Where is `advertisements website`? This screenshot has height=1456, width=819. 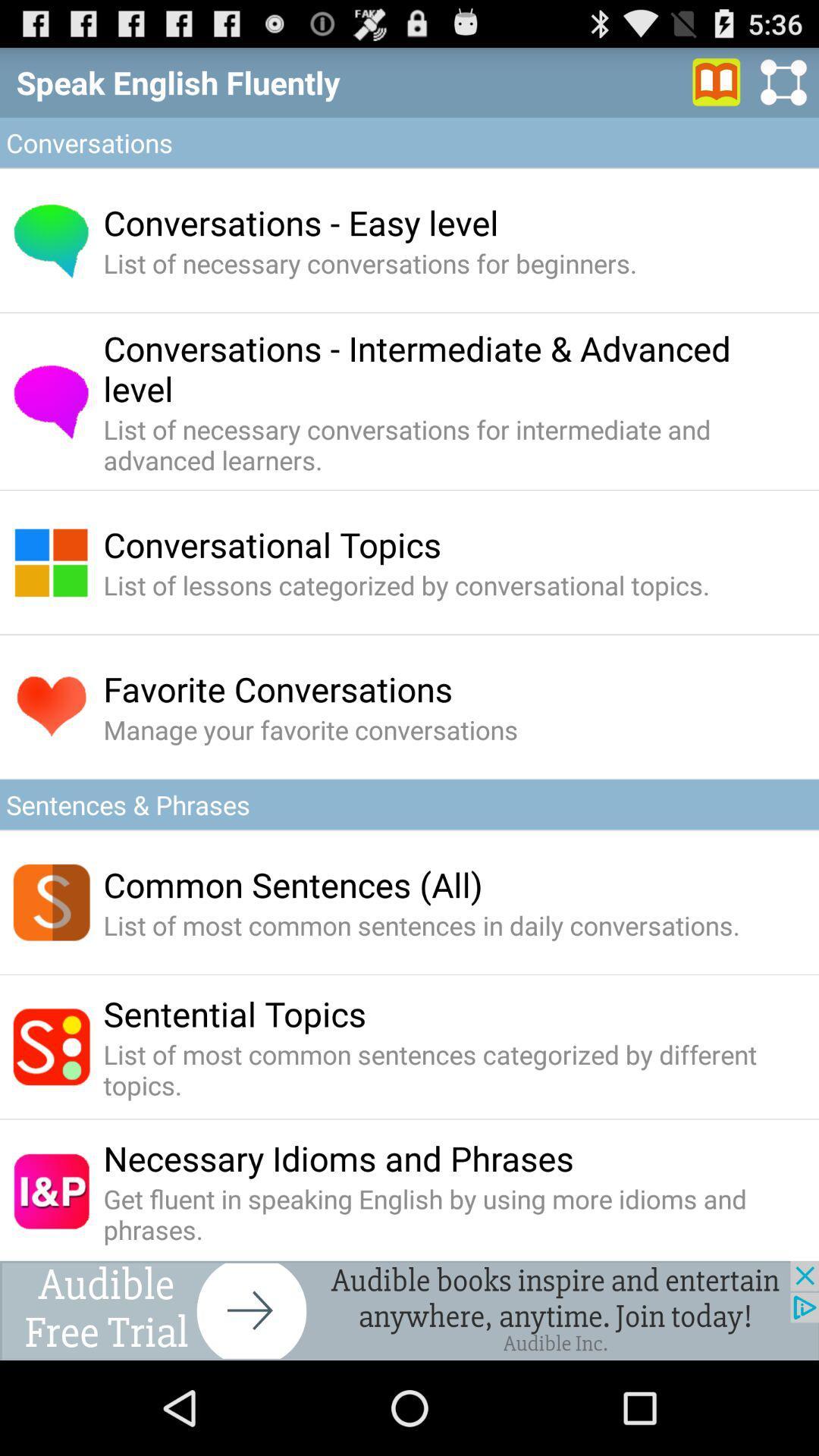 advertisements website is located at coordinates (409, 1310).